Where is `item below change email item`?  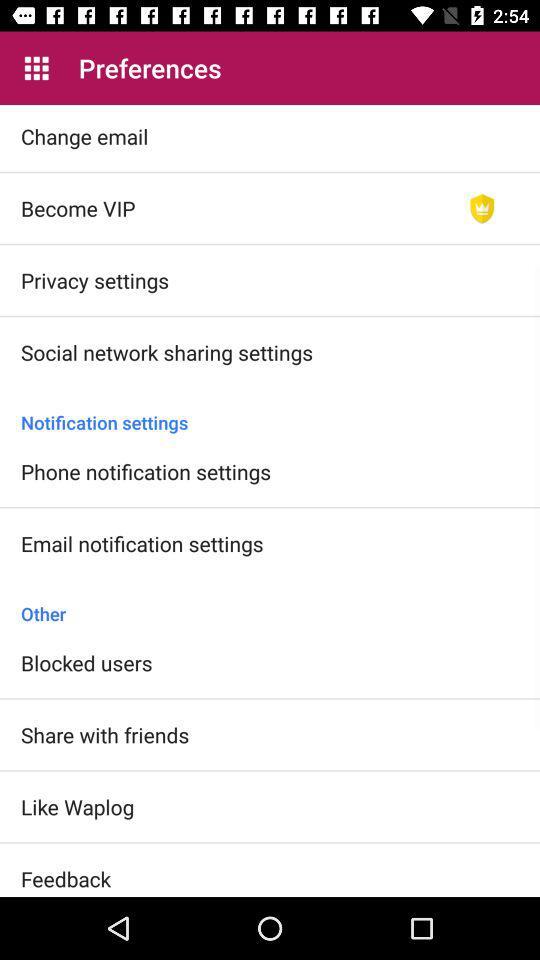 item below change email item is located at coordinates (77, 208).